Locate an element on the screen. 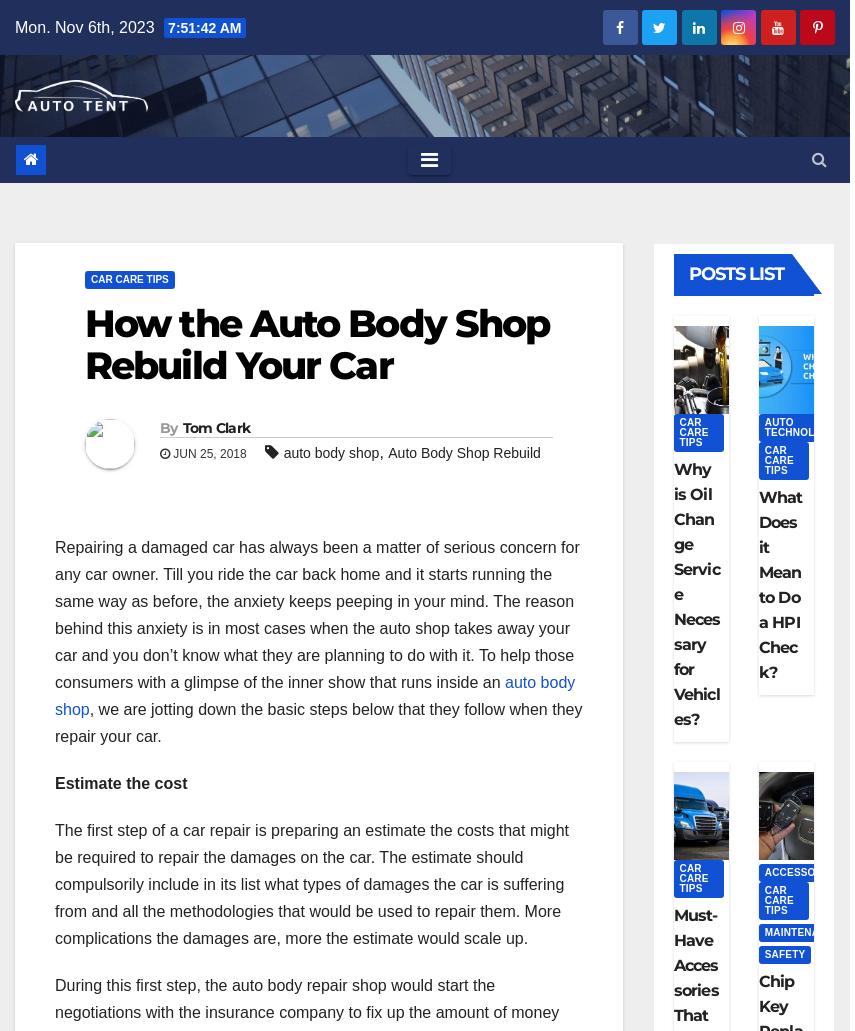 Image resolution: width=855 pixels, height=1031 pixels. 'SAFETY' is located at coordinates (783, 953).